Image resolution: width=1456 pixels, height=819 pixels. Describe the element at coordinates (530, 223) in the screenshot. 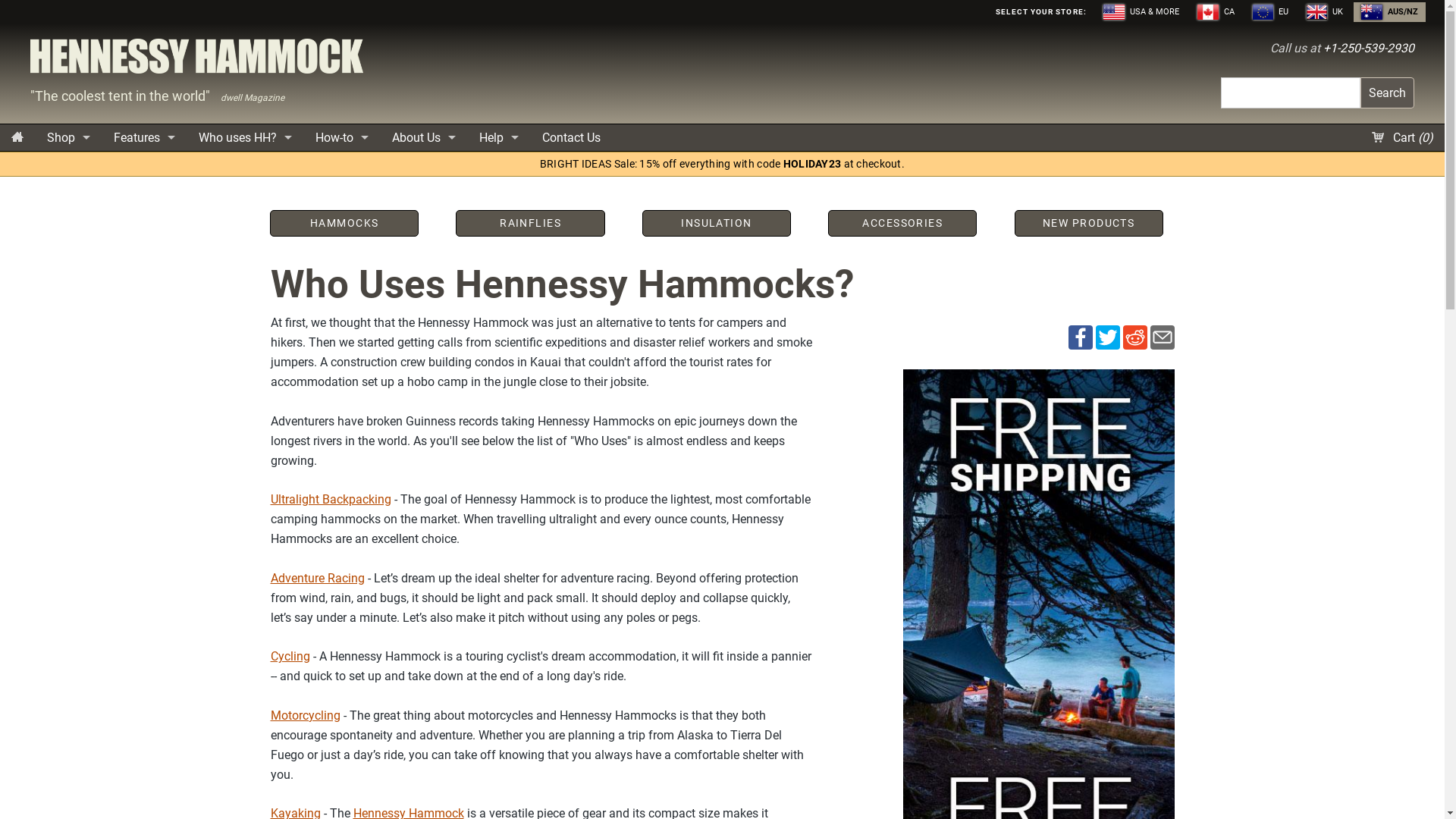

I see `'RAINFLIES'` at that location.